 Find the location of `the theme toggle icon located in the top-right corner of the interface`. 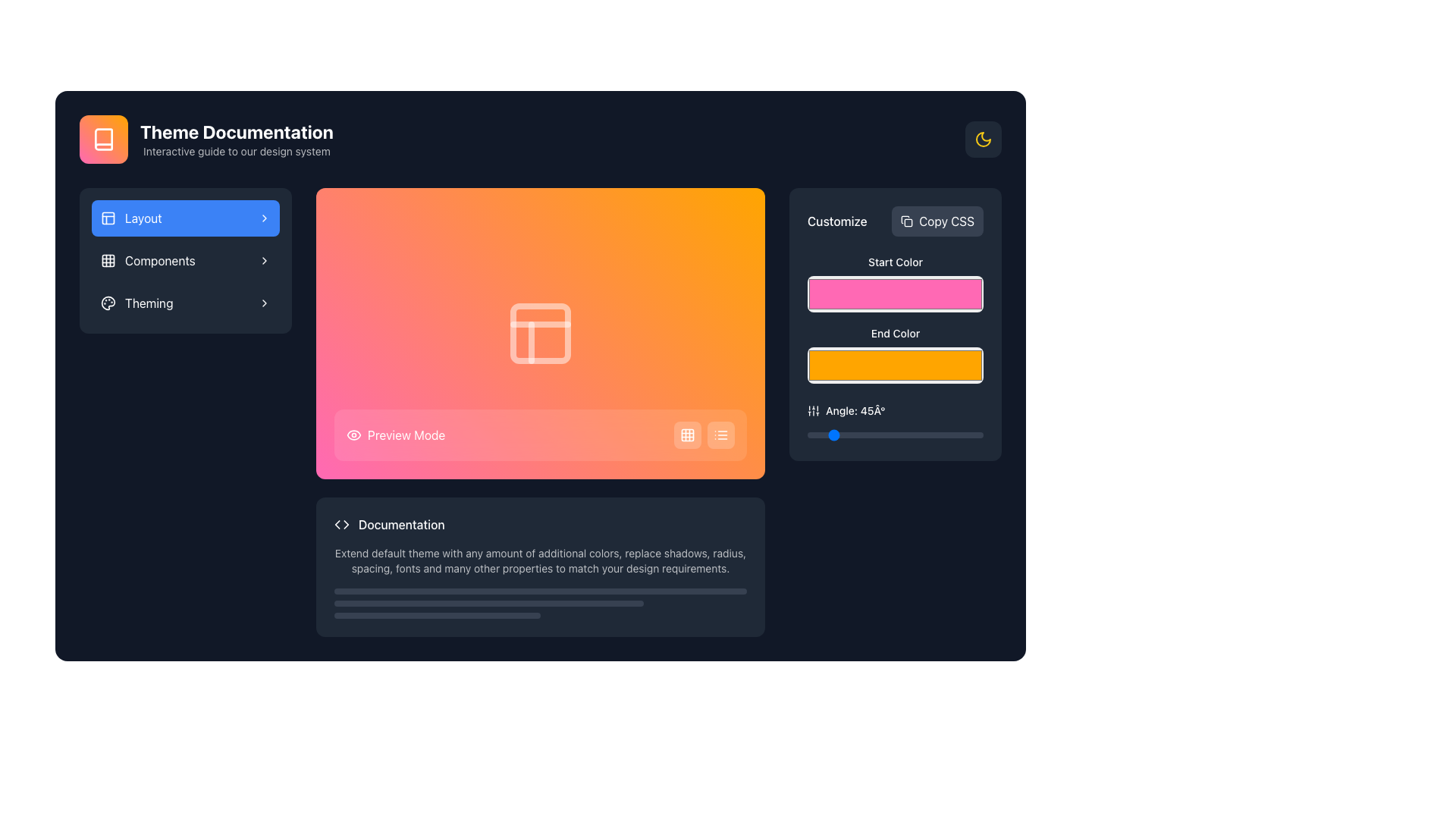

the theme toggle icon located in the top-right corner of the interface is located at coordinates (983, 140).